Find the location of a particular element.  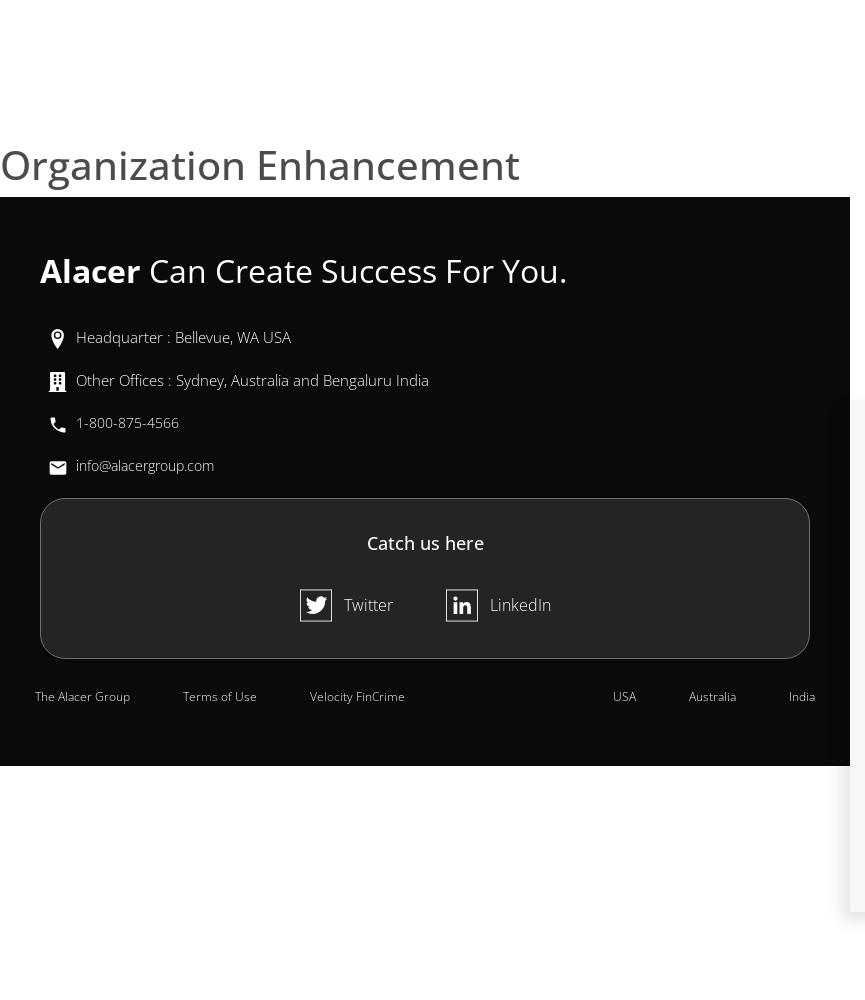

'Velocity FinCrime' is located at coordinates (357, 694).